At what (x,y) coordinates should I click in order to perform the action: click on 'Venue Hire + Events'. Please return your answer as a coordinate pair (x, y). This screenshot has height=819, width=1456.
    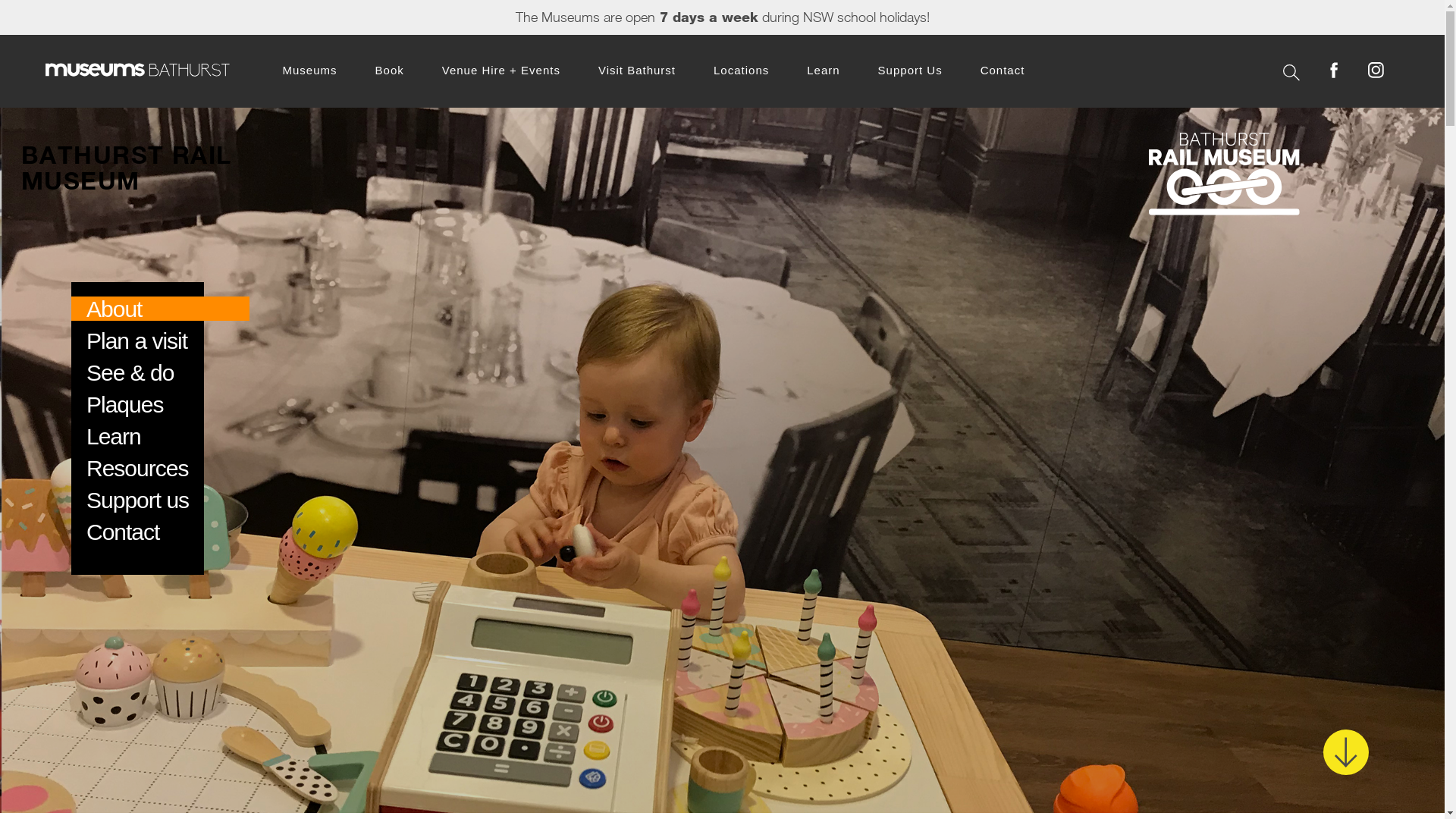
    Looking at the image, I should click on (501, 70).